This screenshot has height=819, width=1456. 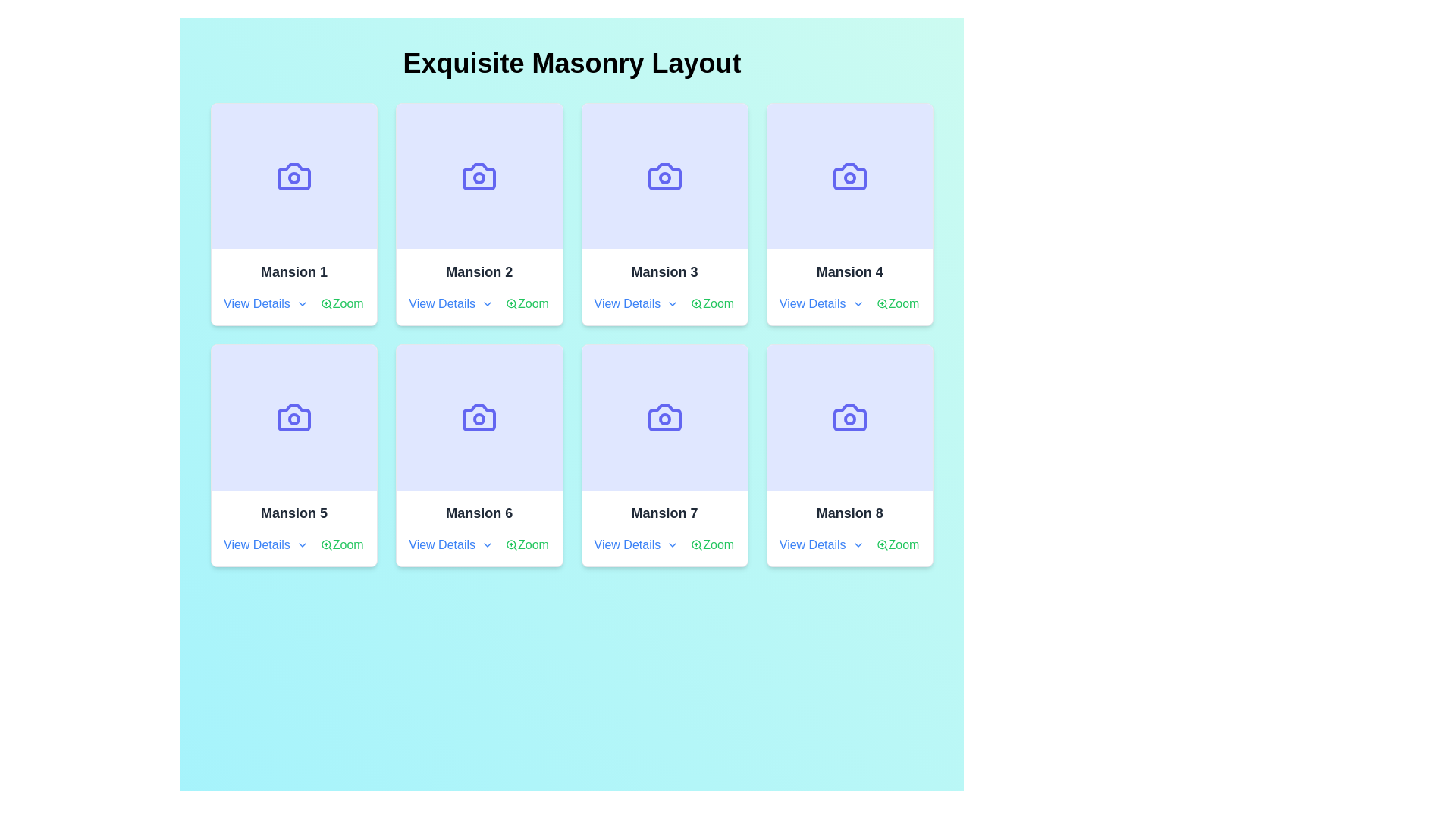 I want to click on the camera icon styled in purple indigo located within the 'Mansion 4' card in the second row, fourth column of the grid layout, so click(x=849, y=175).